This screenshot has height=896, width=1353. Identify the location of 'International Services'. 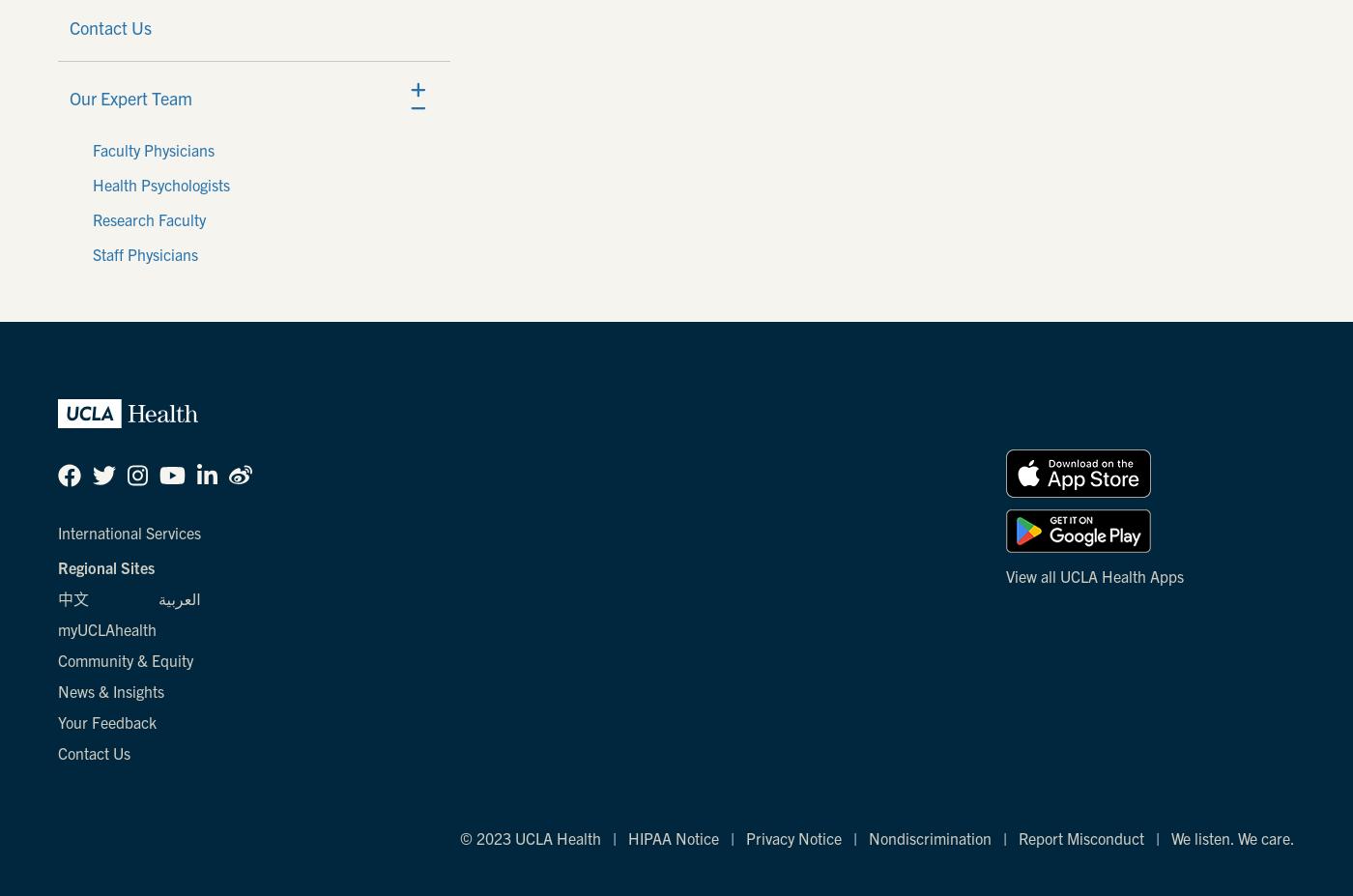
(129, 533).